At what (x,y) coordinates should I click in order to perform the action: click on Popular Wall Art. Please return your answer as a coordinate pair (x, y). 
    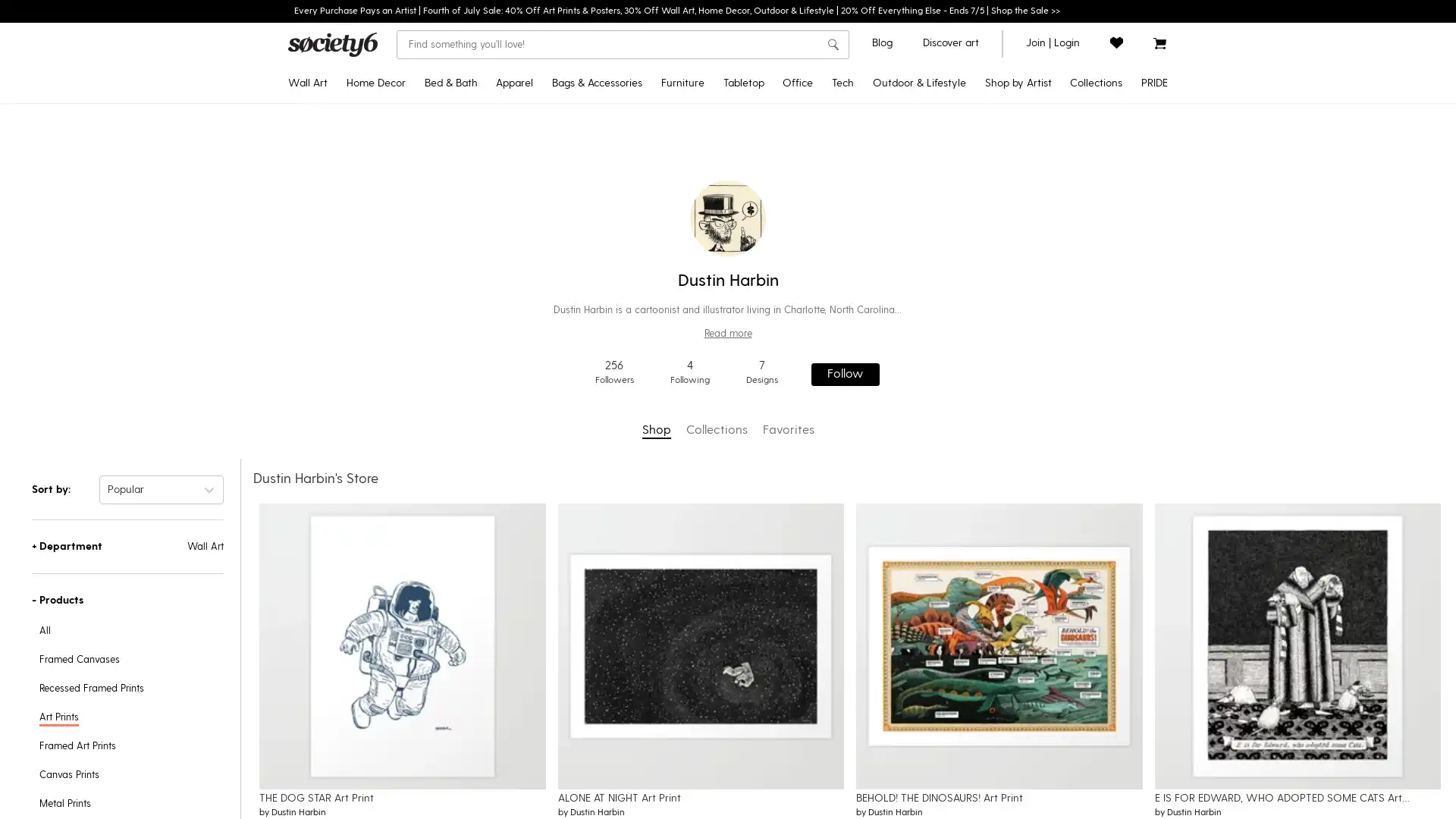
    Looking at the image, I should click on (1040, 219).